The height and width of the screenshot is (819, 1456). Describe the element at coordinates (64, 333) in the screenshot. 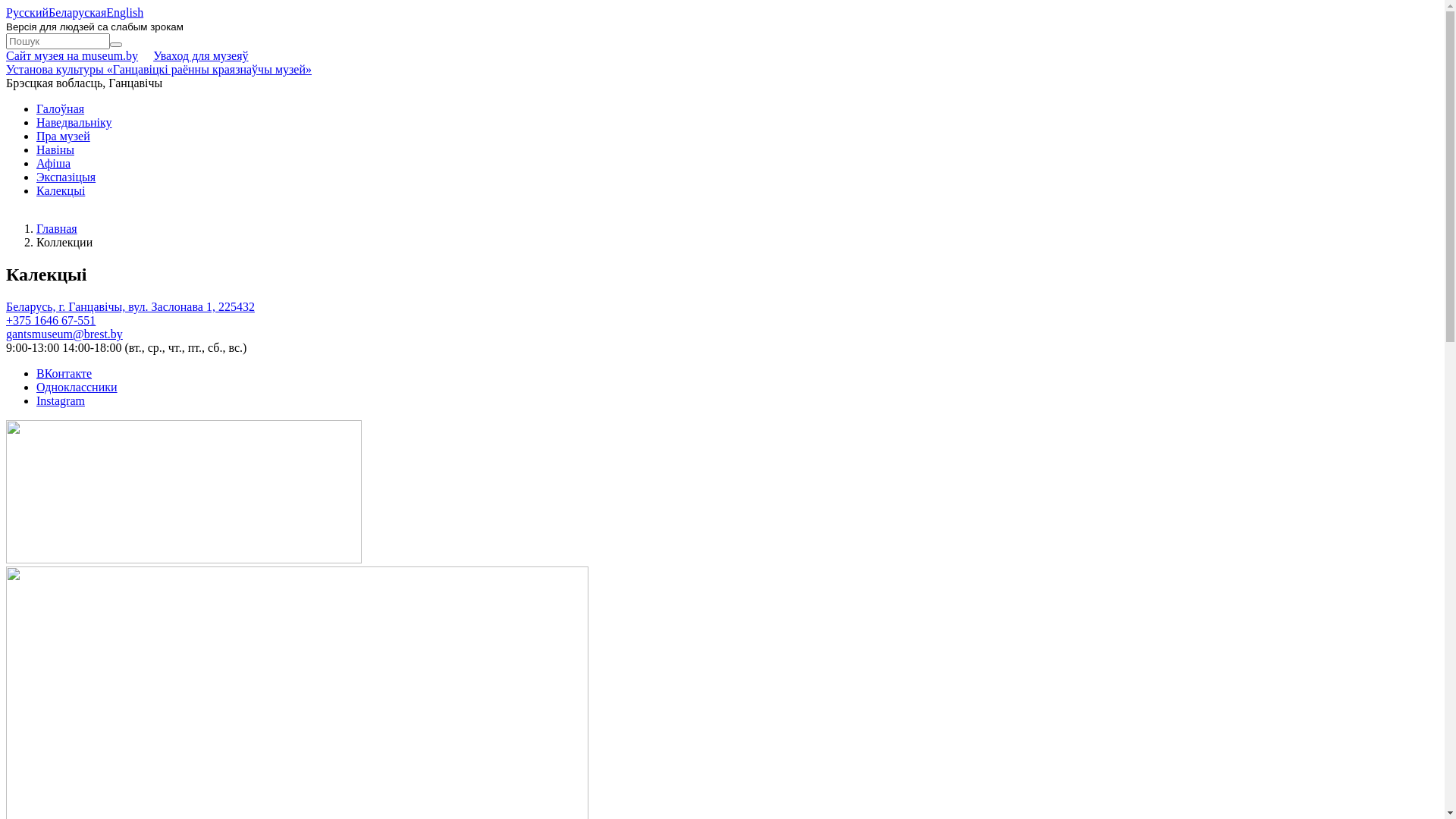

I see `'gantsmuseum@brest.by'` at that location.